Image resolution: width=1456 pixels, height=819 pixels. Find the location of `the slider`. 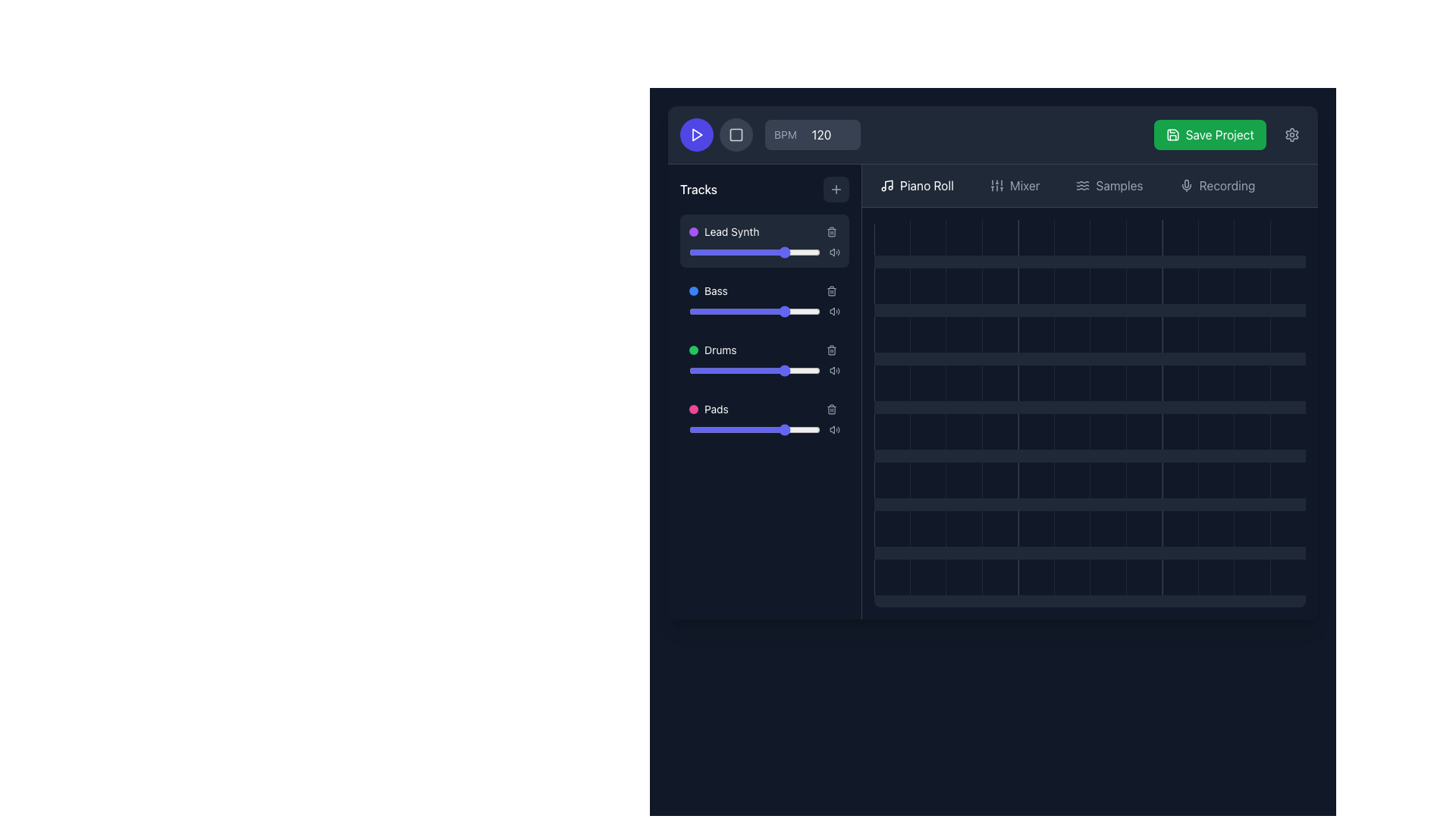

the slider is located at coordinates (720, 430).